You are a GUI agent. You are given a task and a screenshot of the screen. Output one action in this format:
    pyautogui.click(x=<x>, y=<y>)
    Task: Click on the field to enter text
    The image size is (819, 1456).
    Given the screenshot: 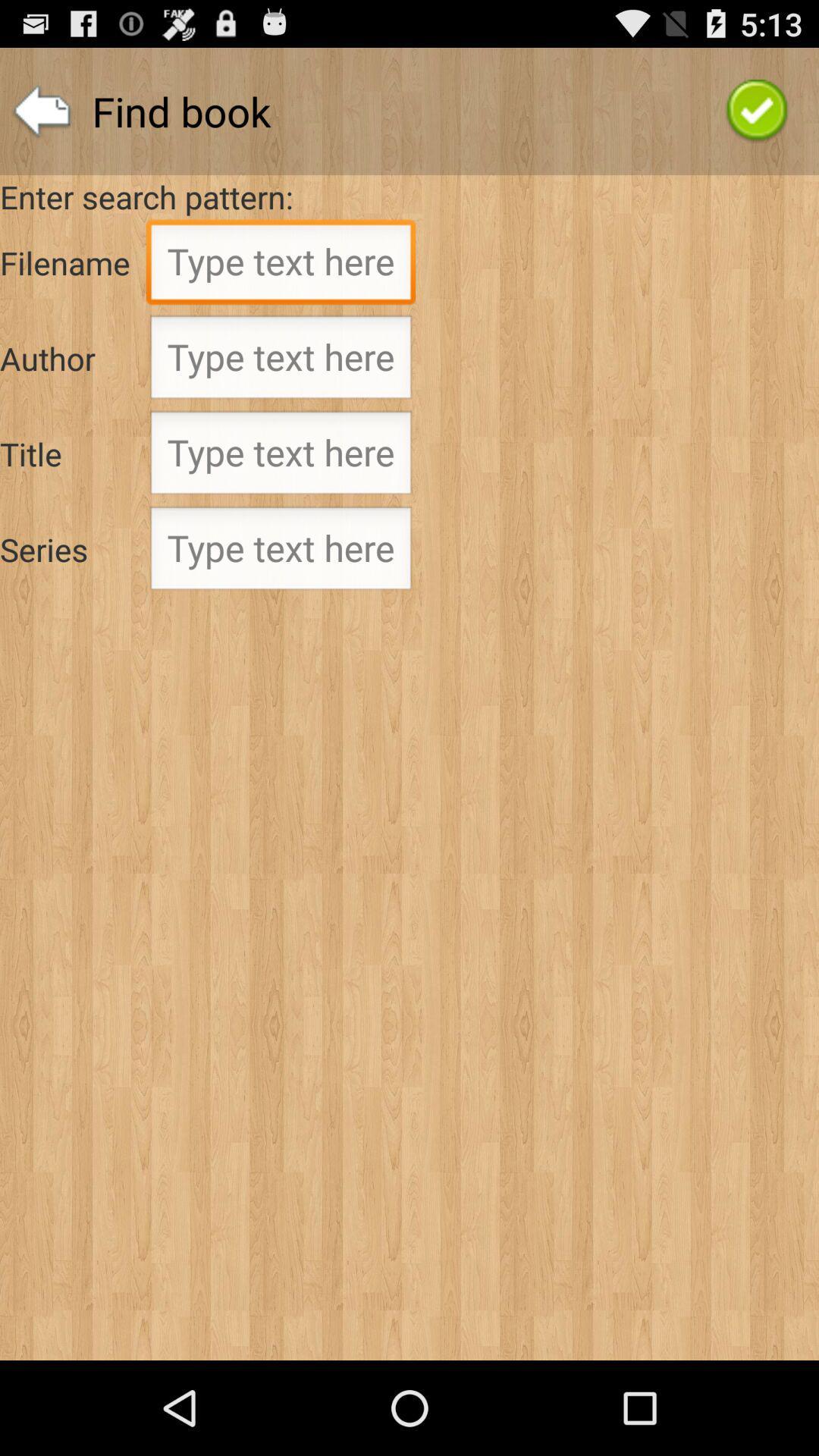 What is the action you would take?
    pyautogui.click(x=281, y=457)
    